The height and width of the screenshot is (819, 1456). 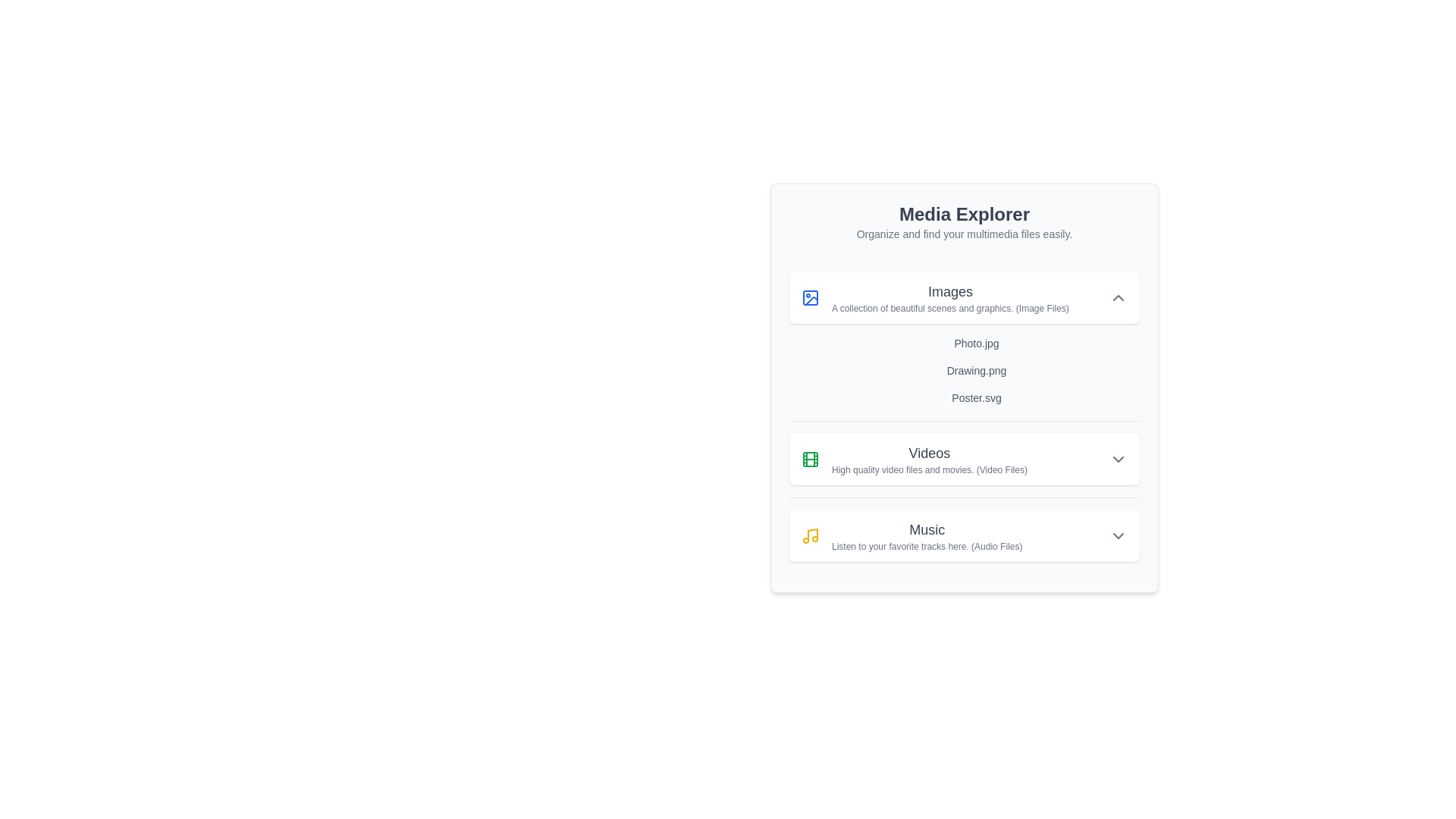 What do you see at coordinates (964, 222) in the screenshot?
I see `the header titled 'Media Explorer'` at bounding box center [964, 222].